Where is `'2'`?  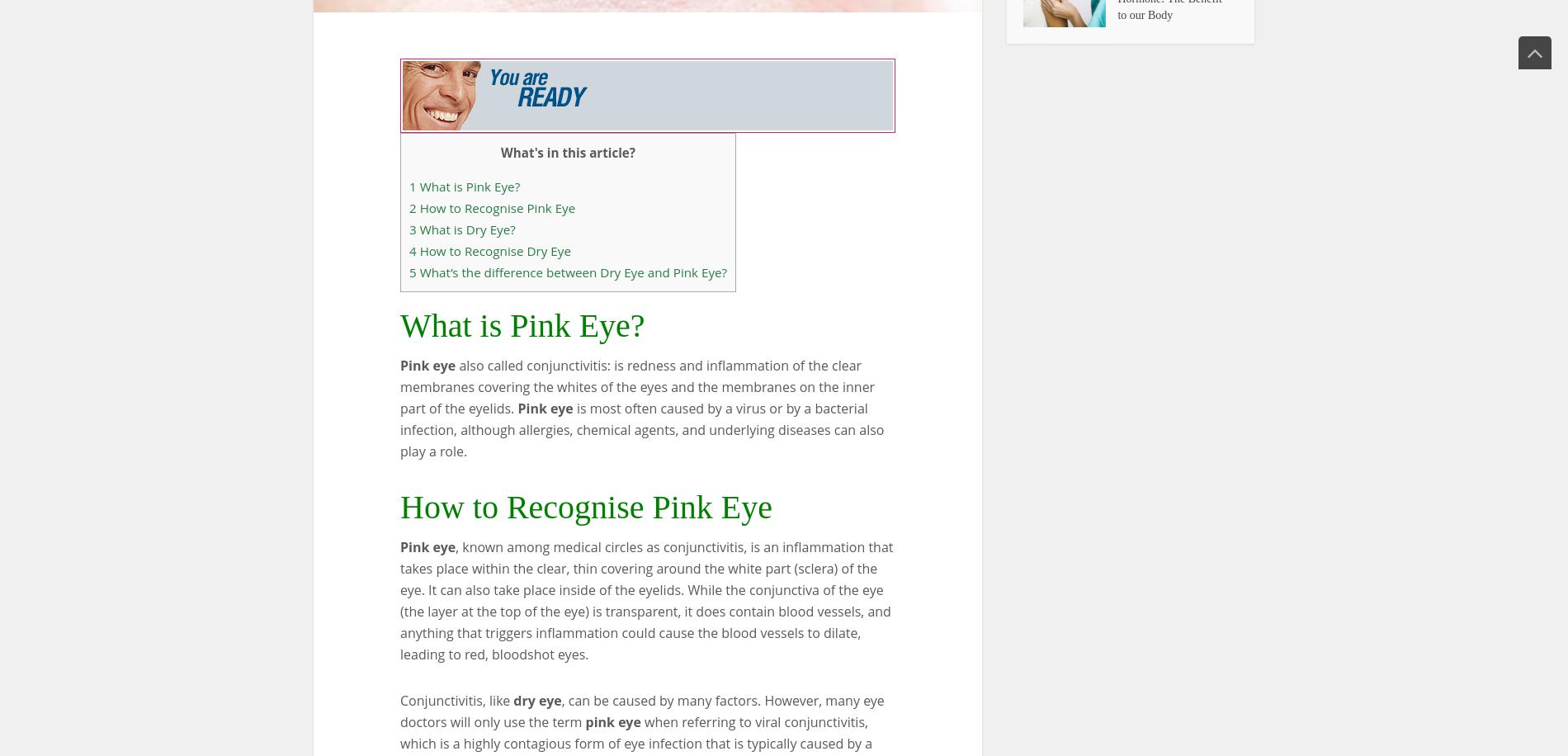 '2' is located at coordinates (413, 207).